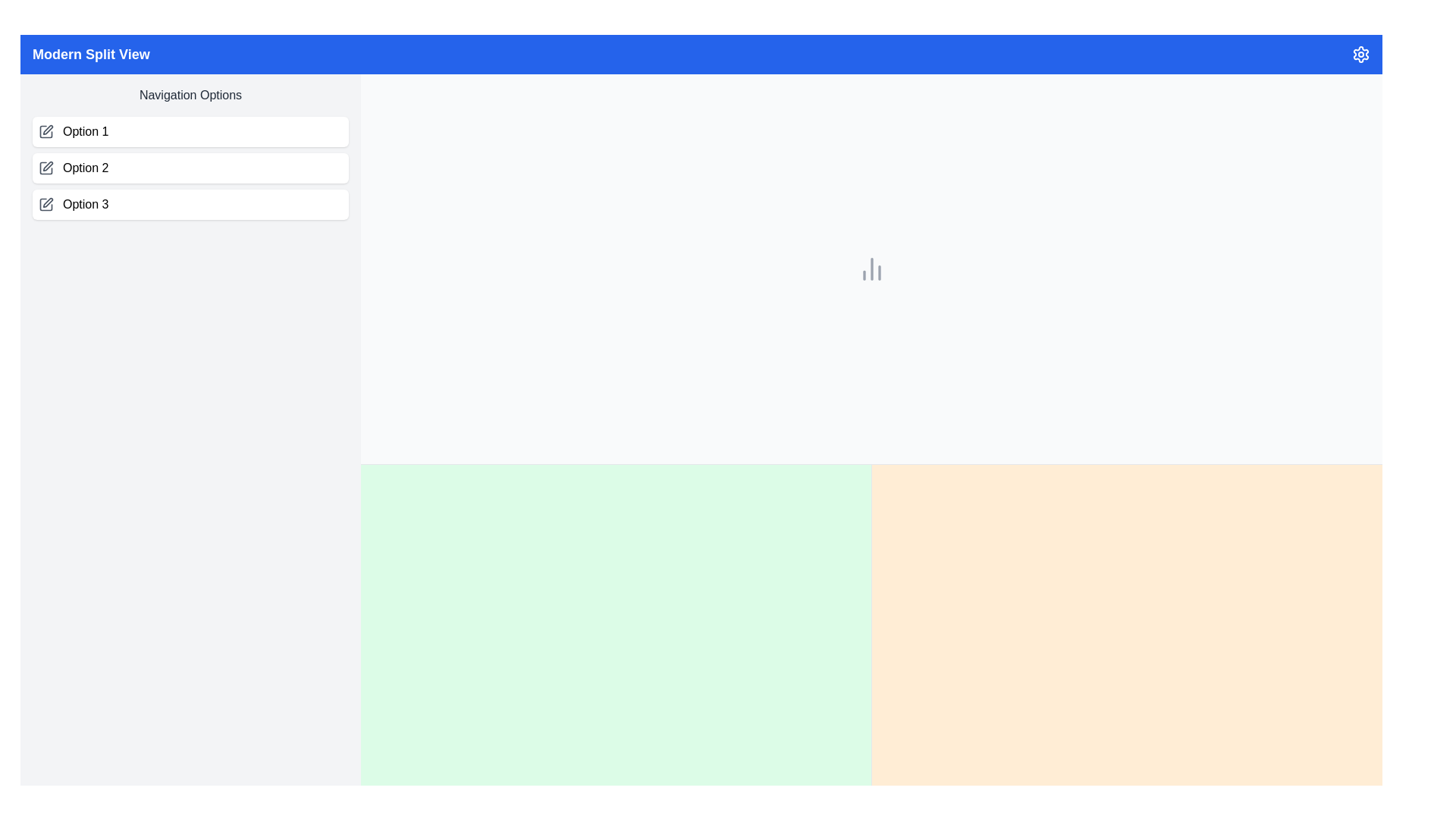  I want to click on the 'Option 3' button in the left-side navigation panel, so click(190, 205).